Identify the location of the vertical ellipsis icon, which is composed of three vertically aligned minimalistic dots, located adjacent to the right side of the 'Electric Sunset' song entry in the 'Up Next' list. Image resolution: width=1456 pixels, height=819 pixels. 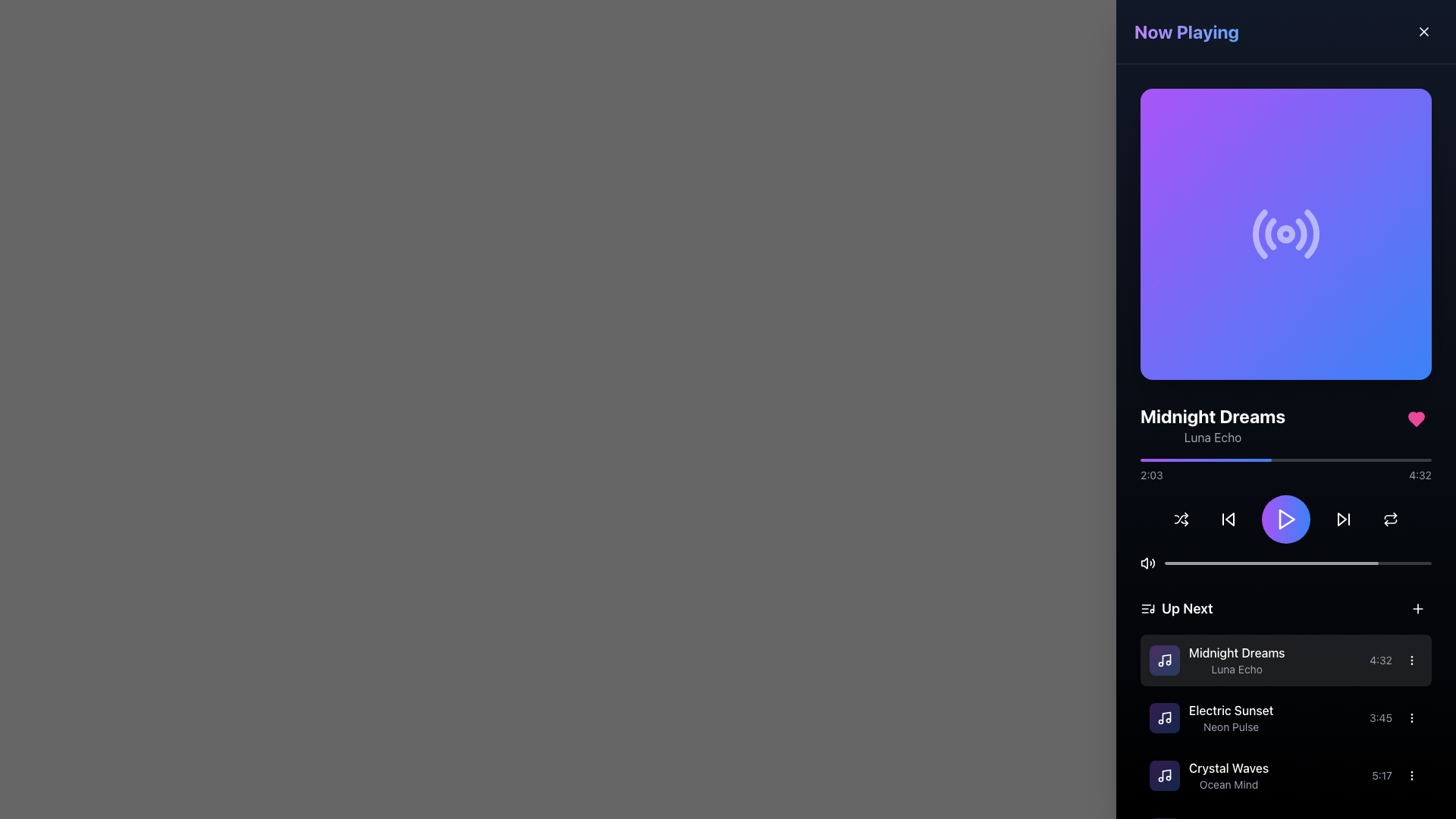
(1411, 717).